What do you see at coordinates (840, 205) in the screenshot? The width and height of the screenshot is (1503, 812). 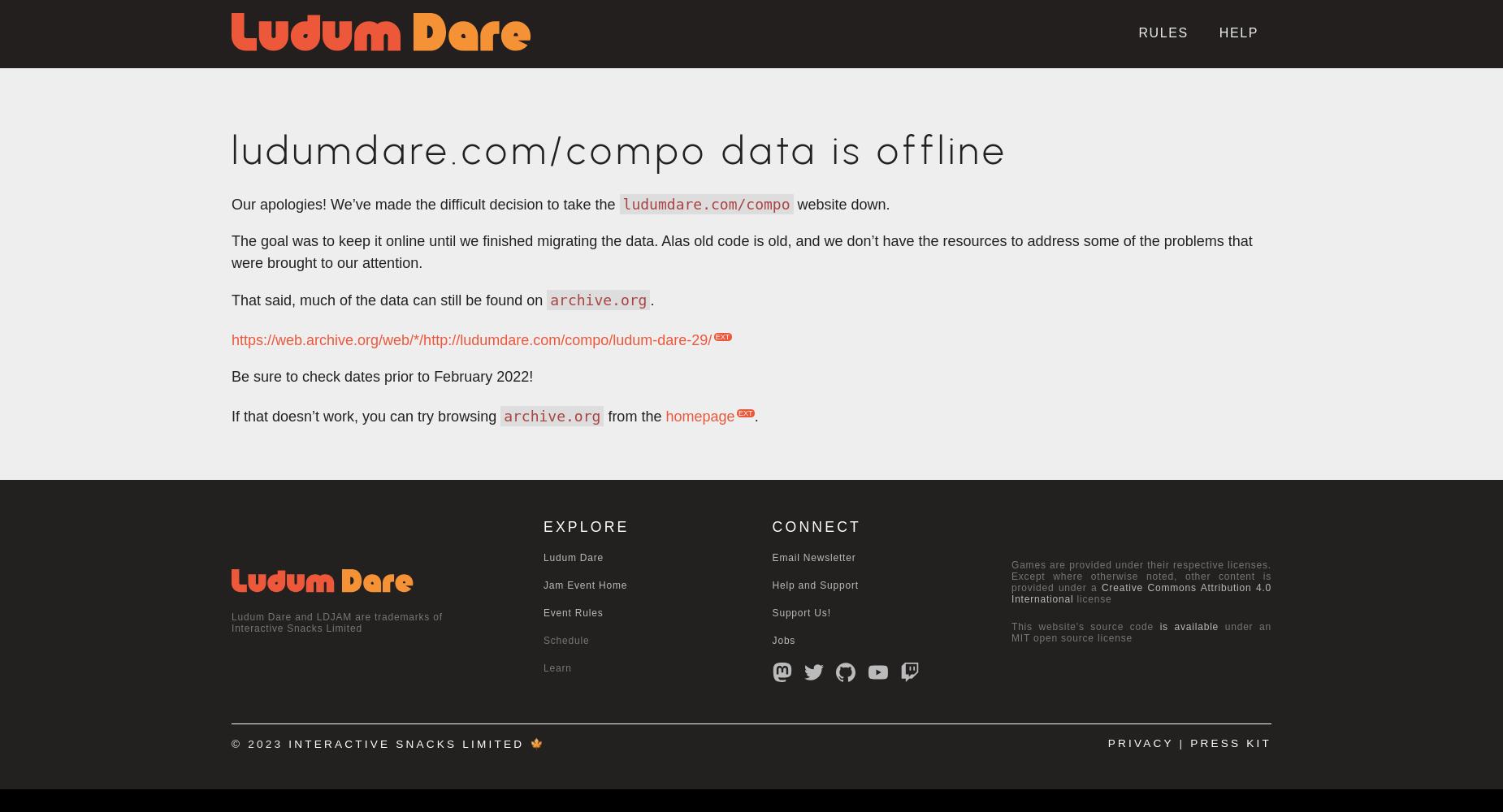 I see `'website down.'` at bounding box center [840, 205].